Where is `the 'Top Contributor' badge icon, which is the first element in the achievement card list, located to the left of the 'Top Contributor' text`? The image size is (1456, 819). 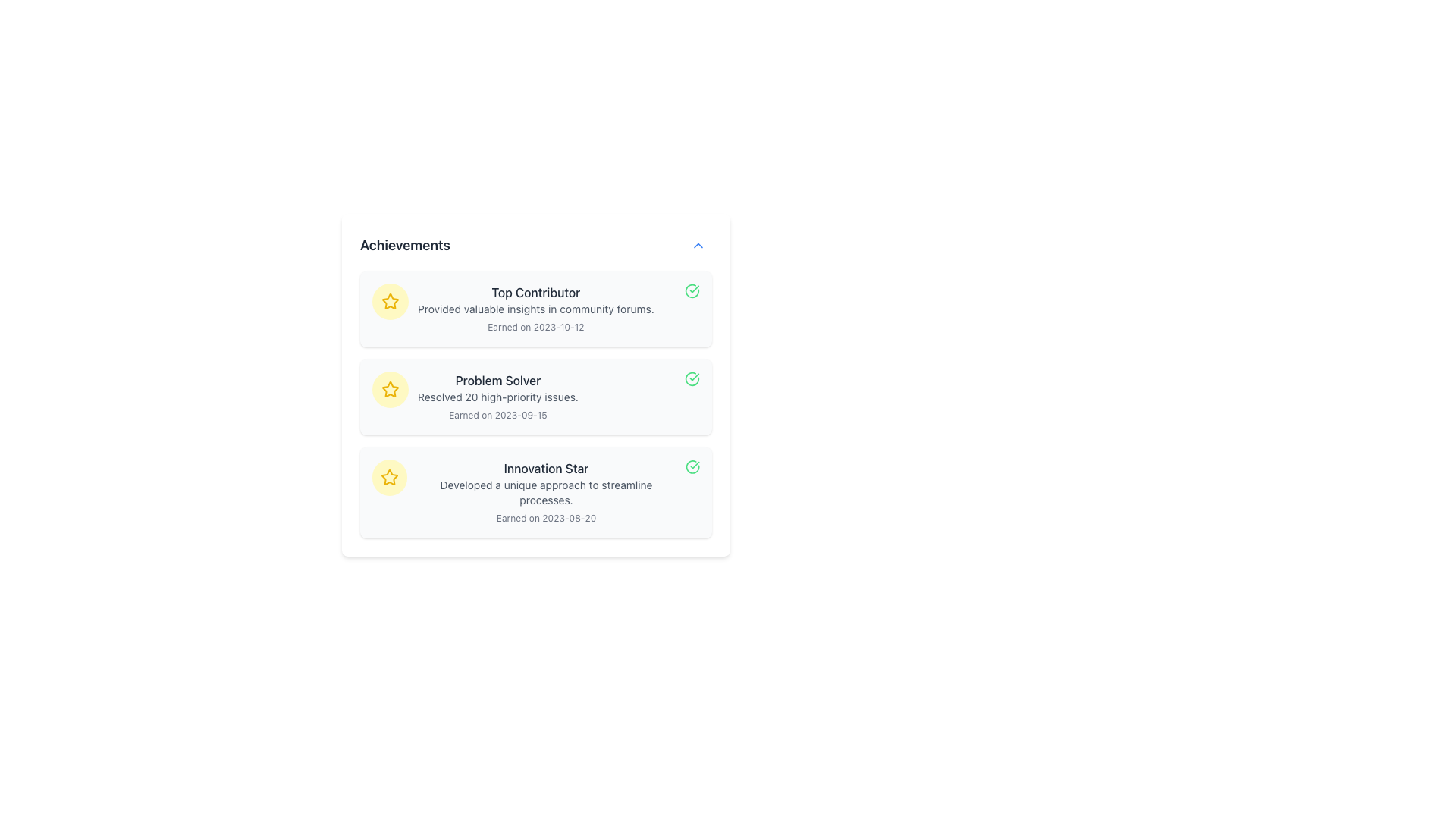
the 'Top Contributor' badge icon, which is the first element in the achievement card list, located to the left of the 'Top Contributor' text is located at coordinates (390, 301).